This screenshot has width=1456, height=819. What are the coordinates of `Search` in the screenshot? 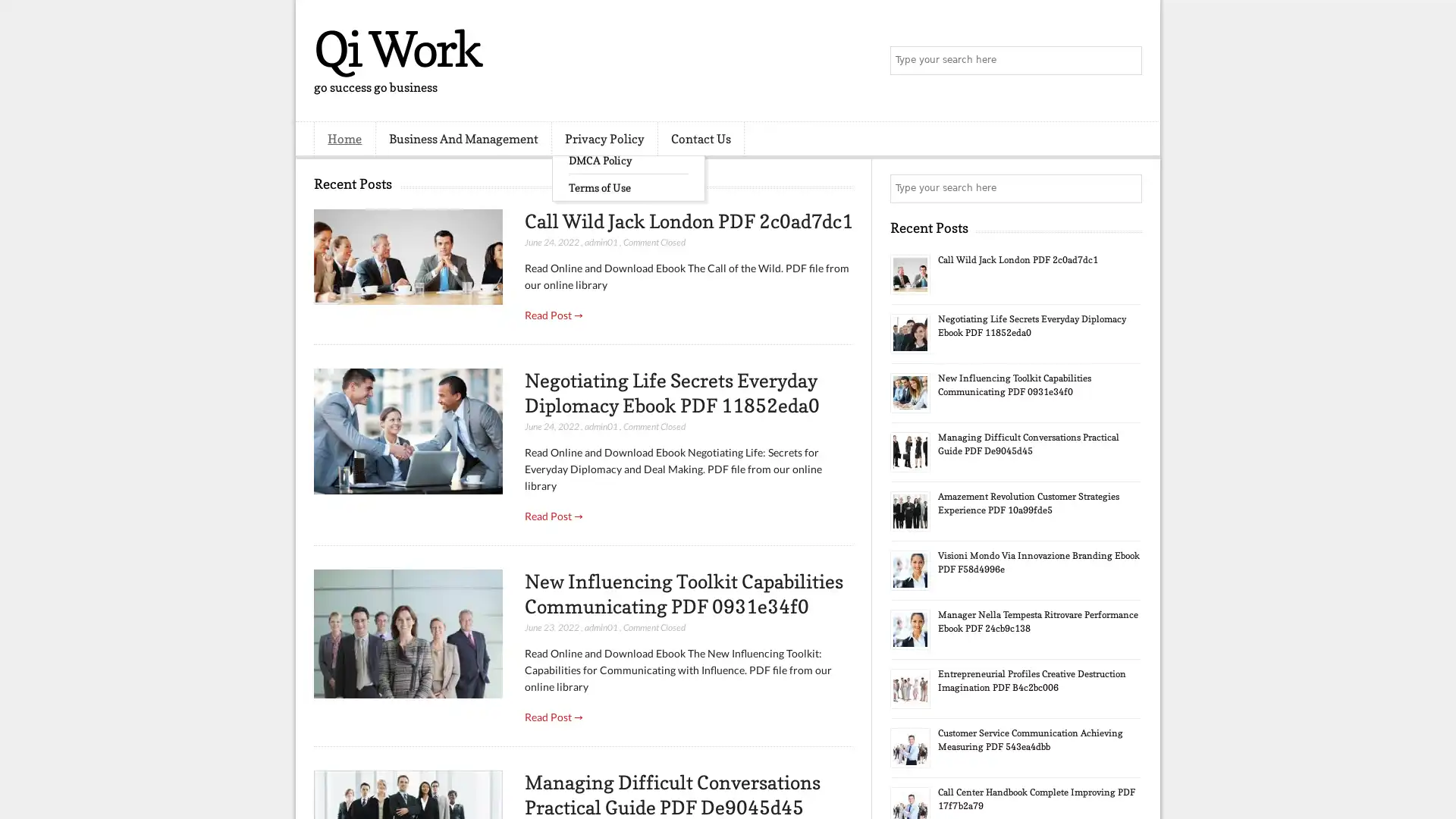 It's located at (1126, 61).